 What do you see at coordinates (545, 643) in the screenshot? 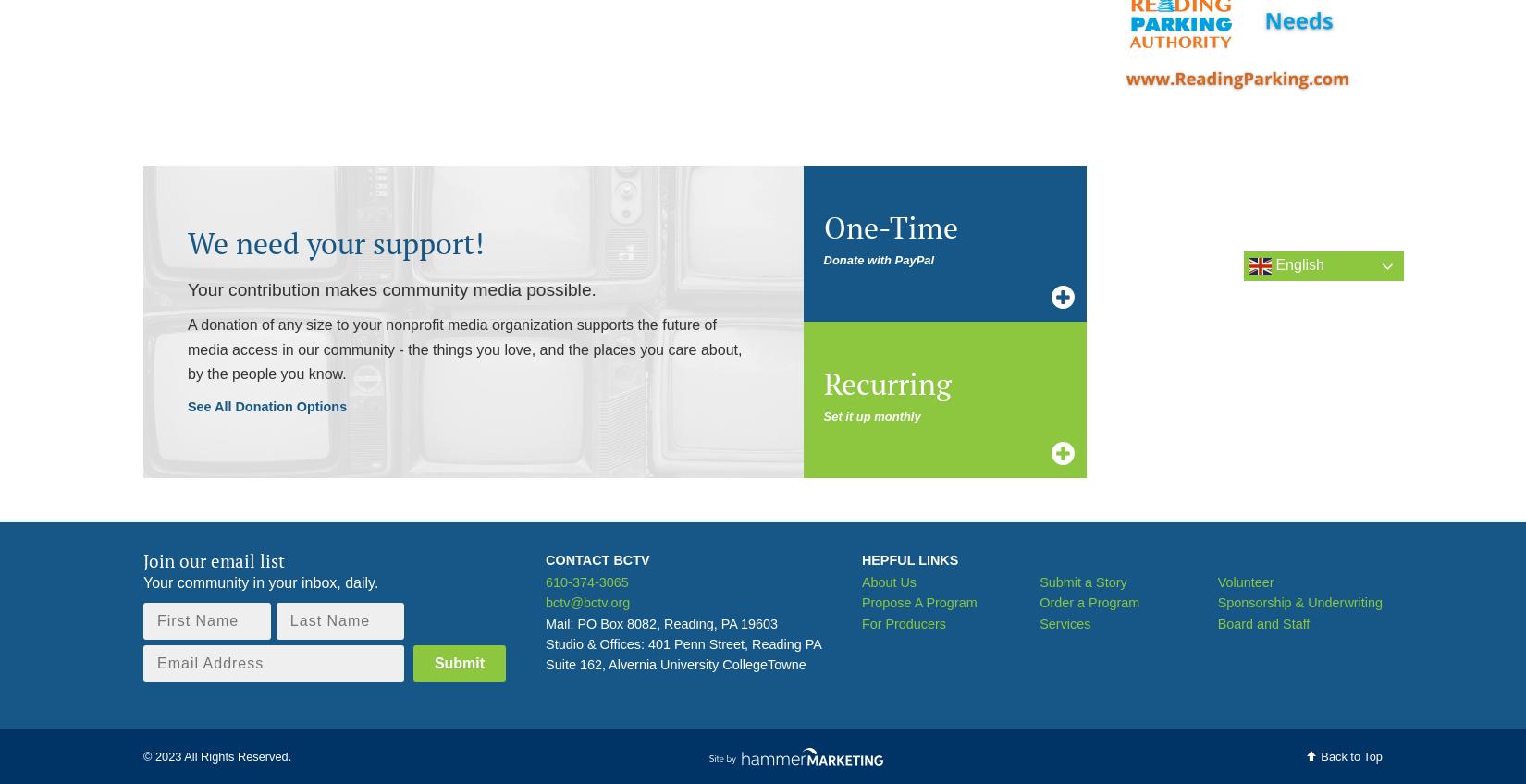
I see `'Studio & Offices: 401 Penn Street, Reading PA'` at bounding box center [545, 643].